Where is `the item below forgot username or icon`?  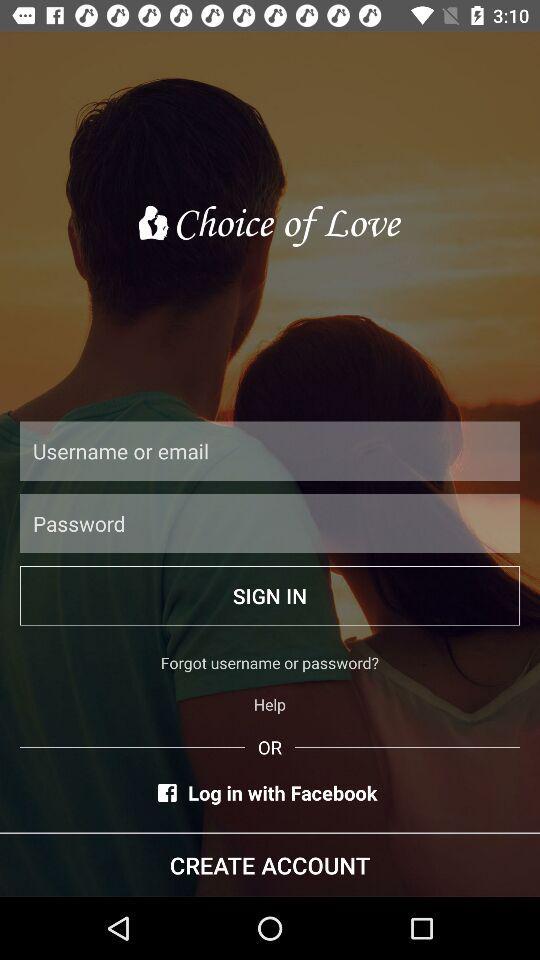
the item below forgot username or icon is located at coordinates (270, 704).